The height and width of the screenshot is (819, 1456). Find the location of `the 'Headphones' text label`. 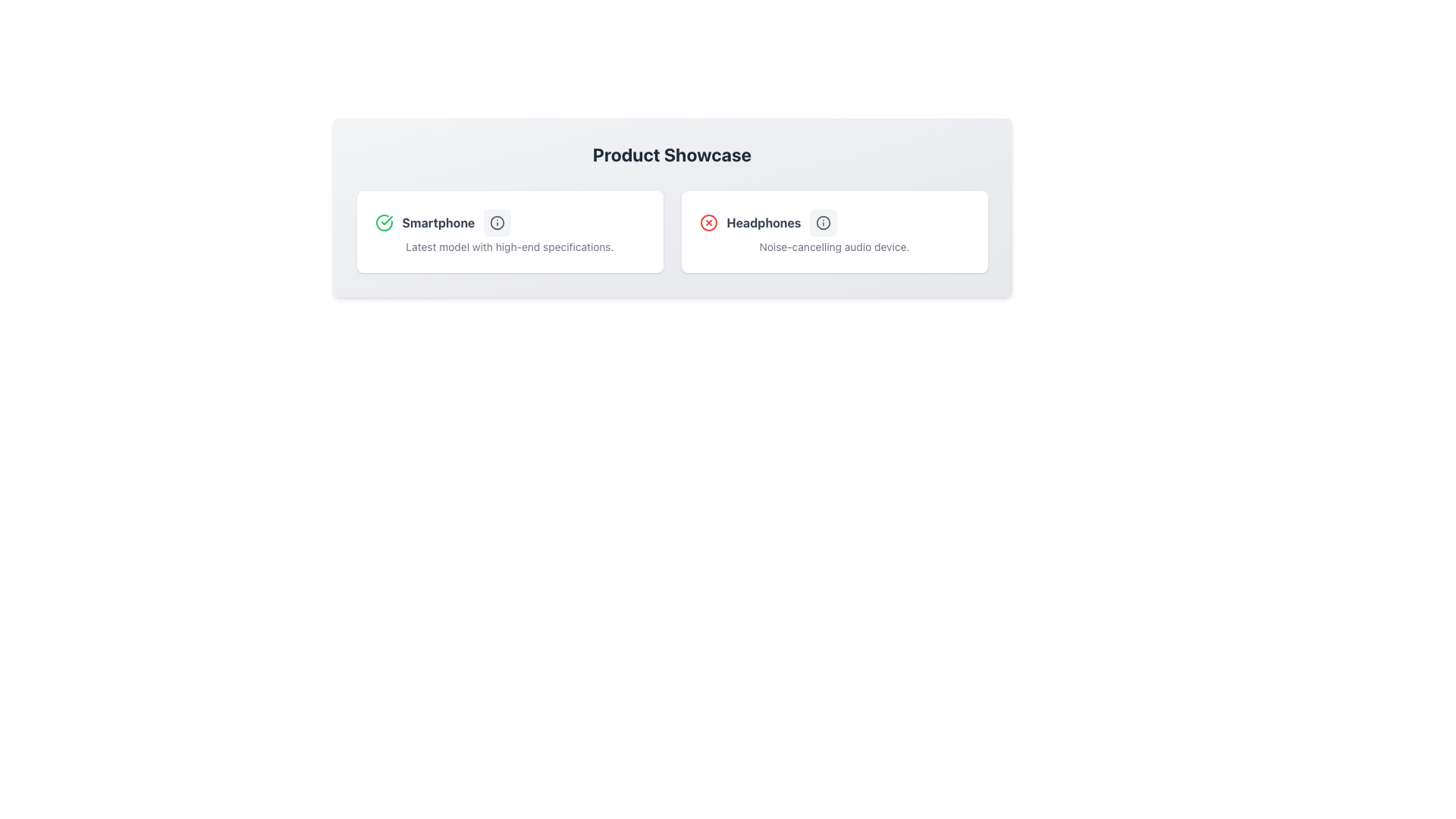

the 'Headphones' text label is located at coordinates (764, 222).